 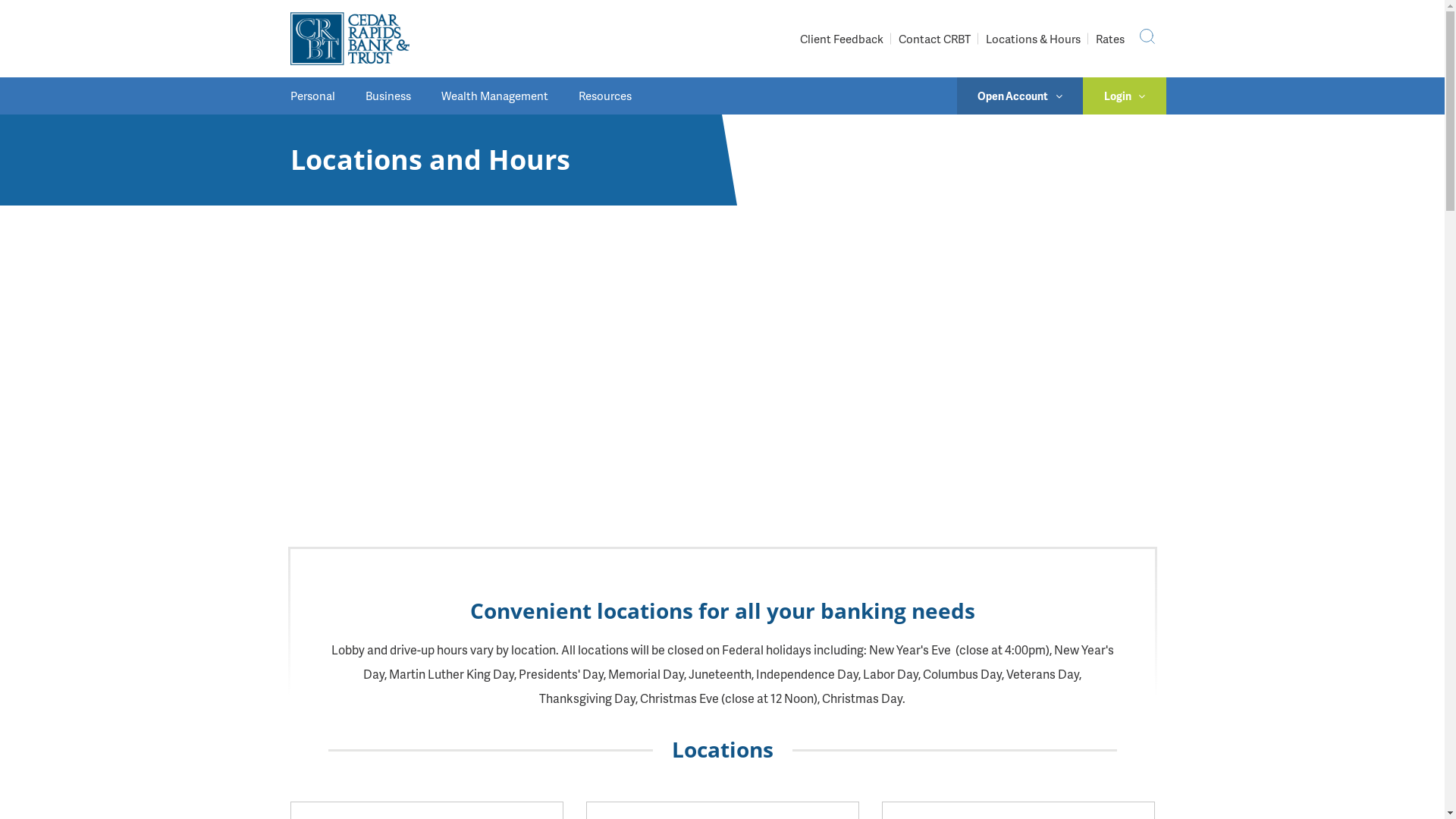 I want to click on 'Locations & Hours', so click(x=1032, y=37).